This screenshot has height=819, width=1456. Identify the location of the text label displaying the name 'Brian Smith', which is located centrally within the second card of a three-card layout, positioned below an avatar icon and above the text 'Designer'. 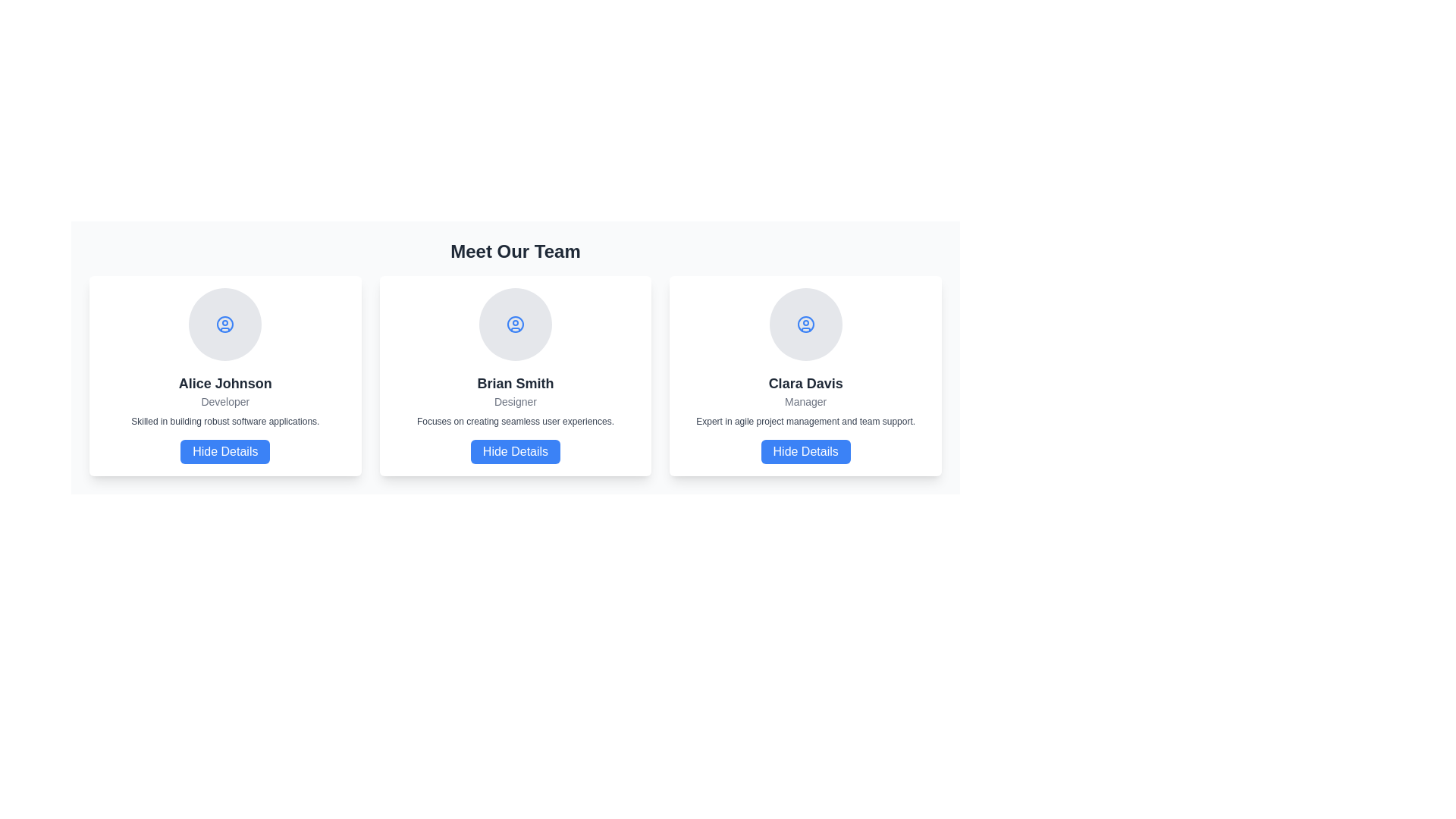
(516, 382).